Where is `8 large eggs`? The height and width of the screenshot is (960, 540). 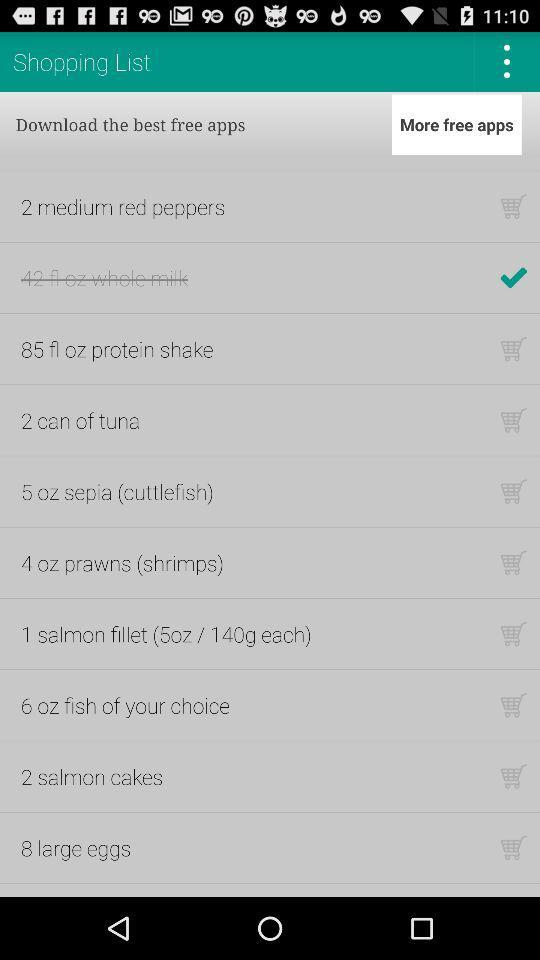 8 large eggs is located at coordinates (75, 846).